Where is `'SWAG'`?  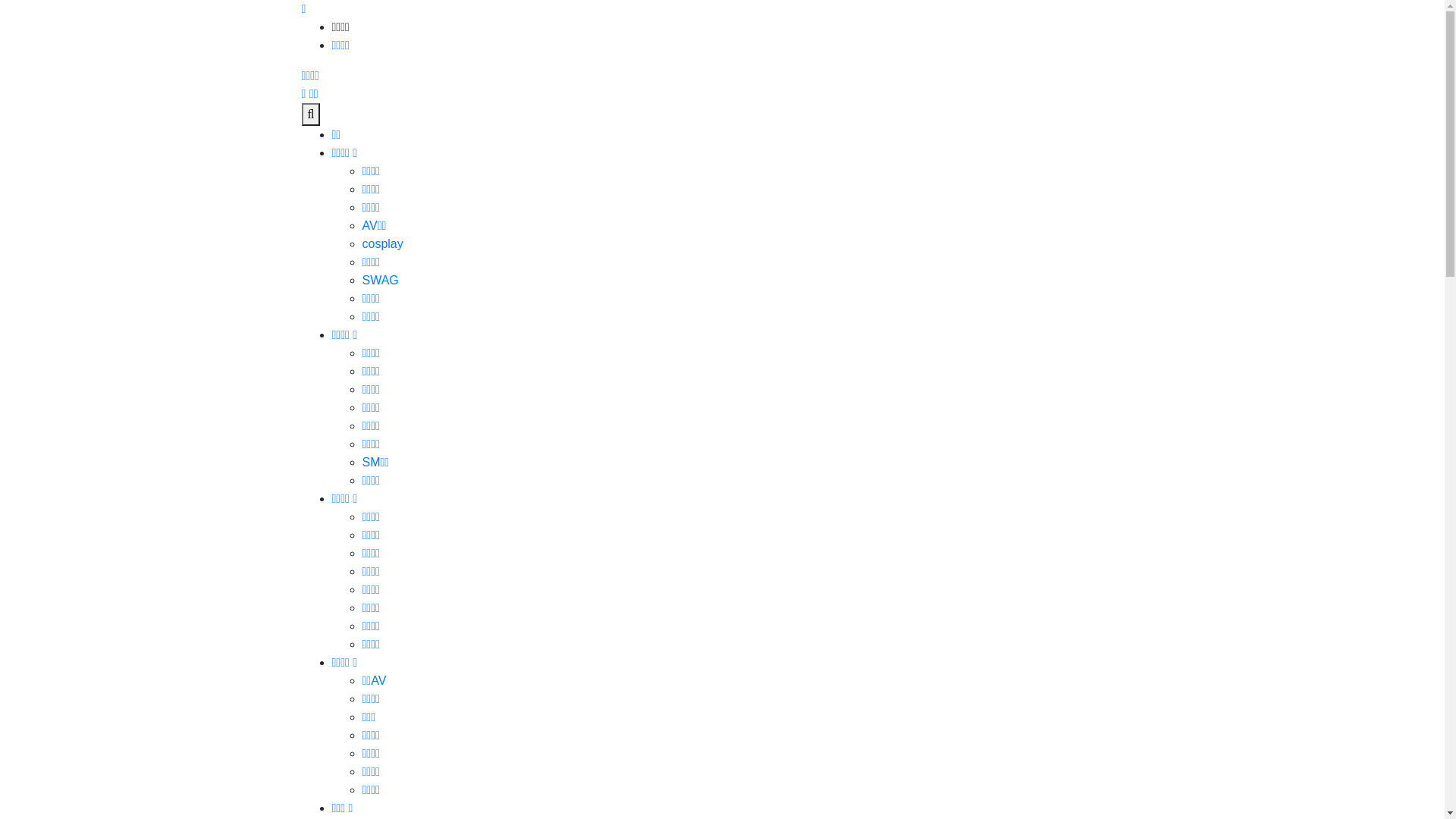
'SWAG' is located at coordinates (362, 280).